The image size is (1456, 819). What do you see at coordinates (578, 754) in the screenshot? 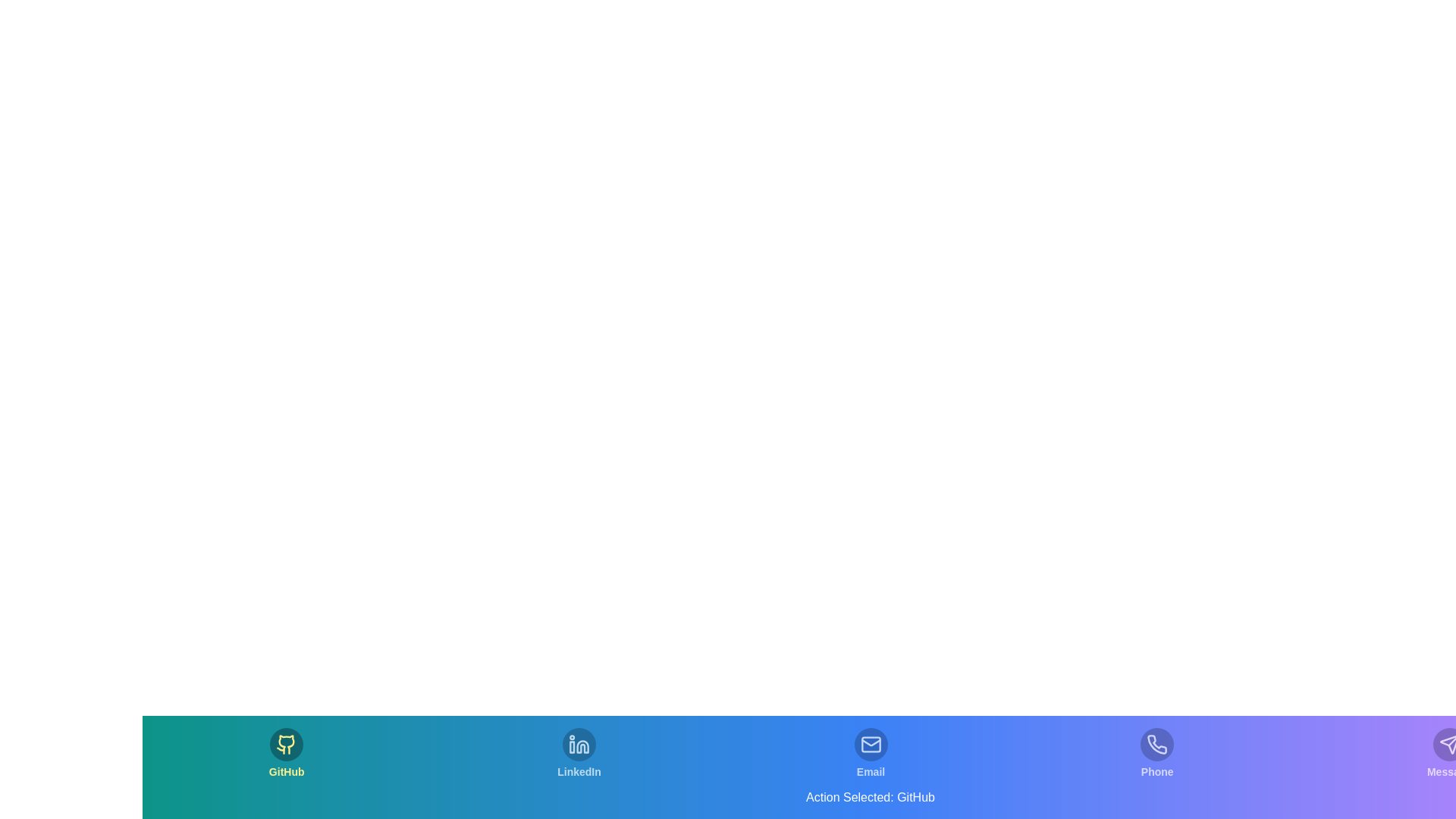
I see `the icon labeled LinkedIn to observe its hover effect` at bounding box center [578, 754].